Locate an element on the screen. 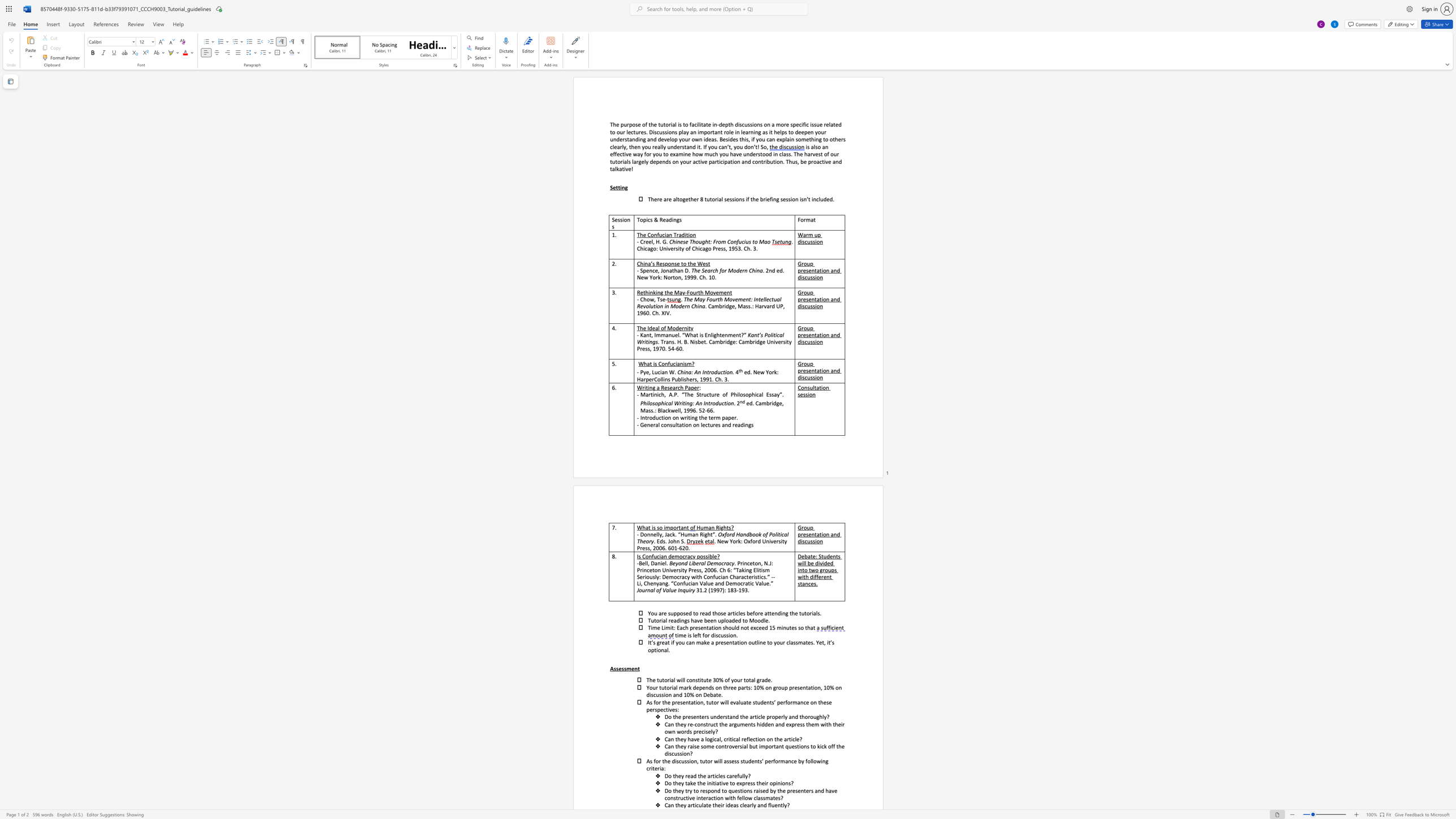  the subset text "Rights" within the text "Human Rights?" is located at coordinates (715, 527).